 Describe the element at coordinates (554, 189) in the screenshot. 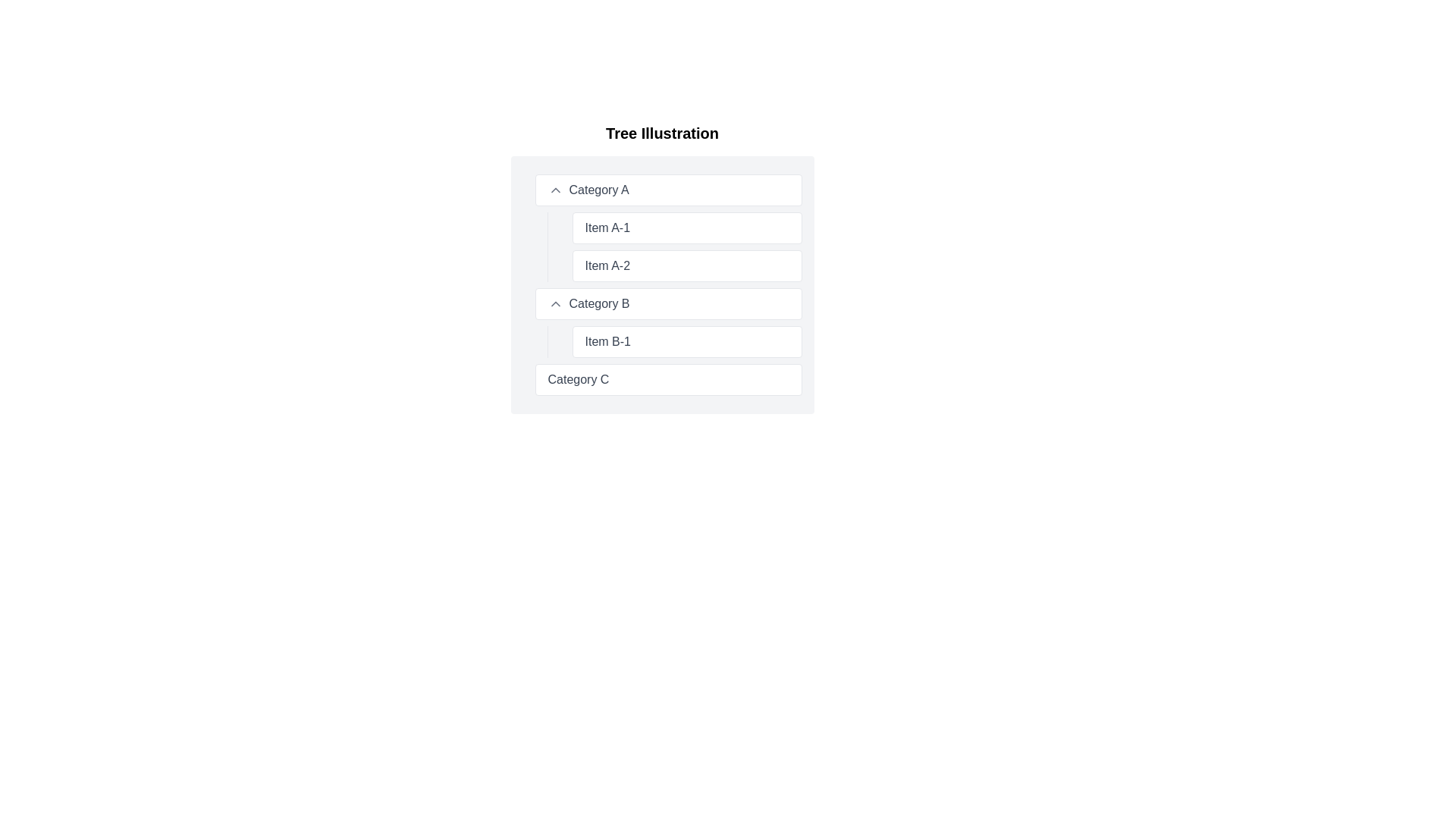

I see `the expansion toggle icon located at the leftmost section of the row labeled 'Category A'` at that location.